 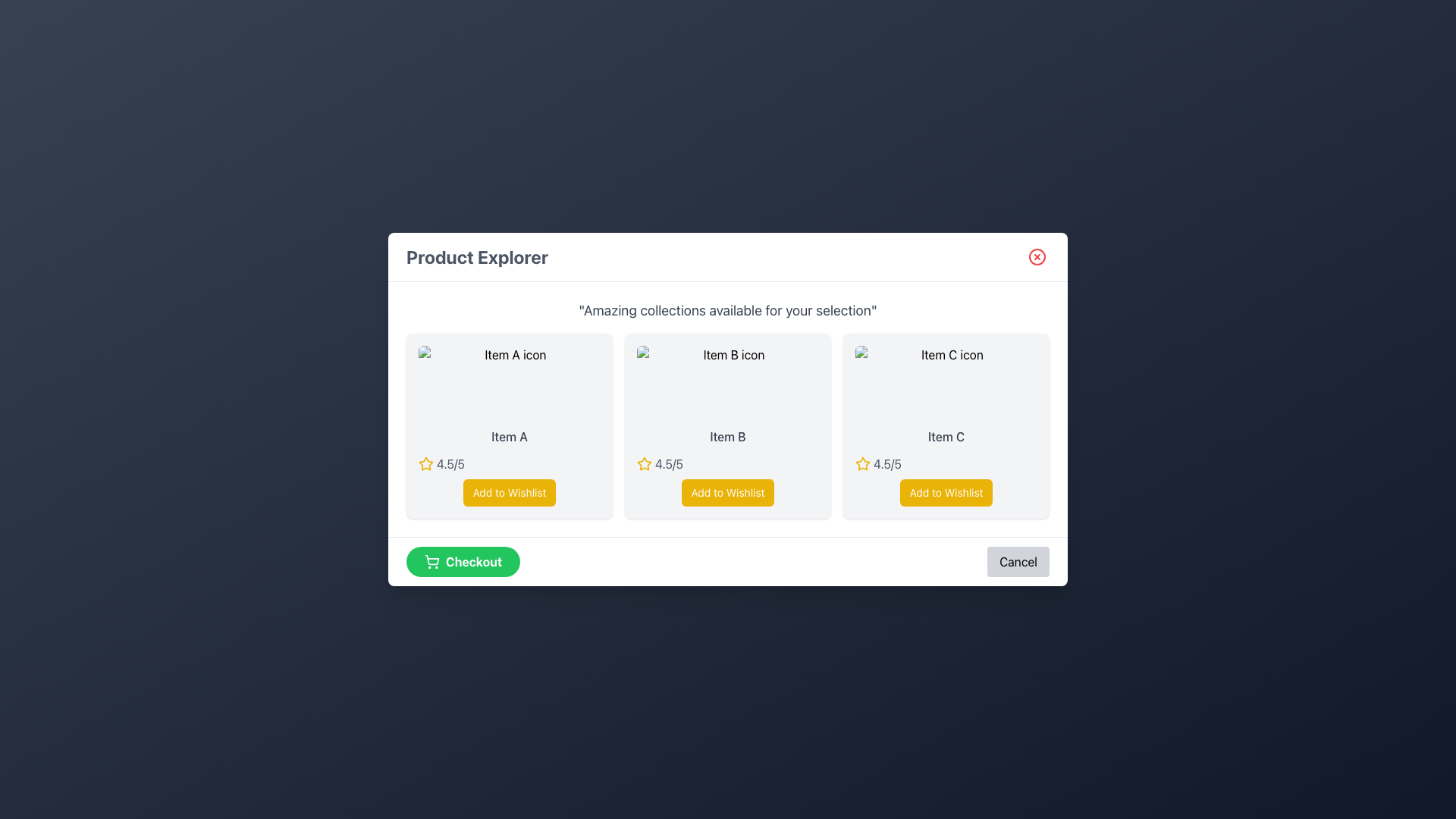 I want to click on the text element that reads 'Amazing collections available for your selection', which is centered at the top of the product explorer section, above the item grid, so click(x=728, y=309).